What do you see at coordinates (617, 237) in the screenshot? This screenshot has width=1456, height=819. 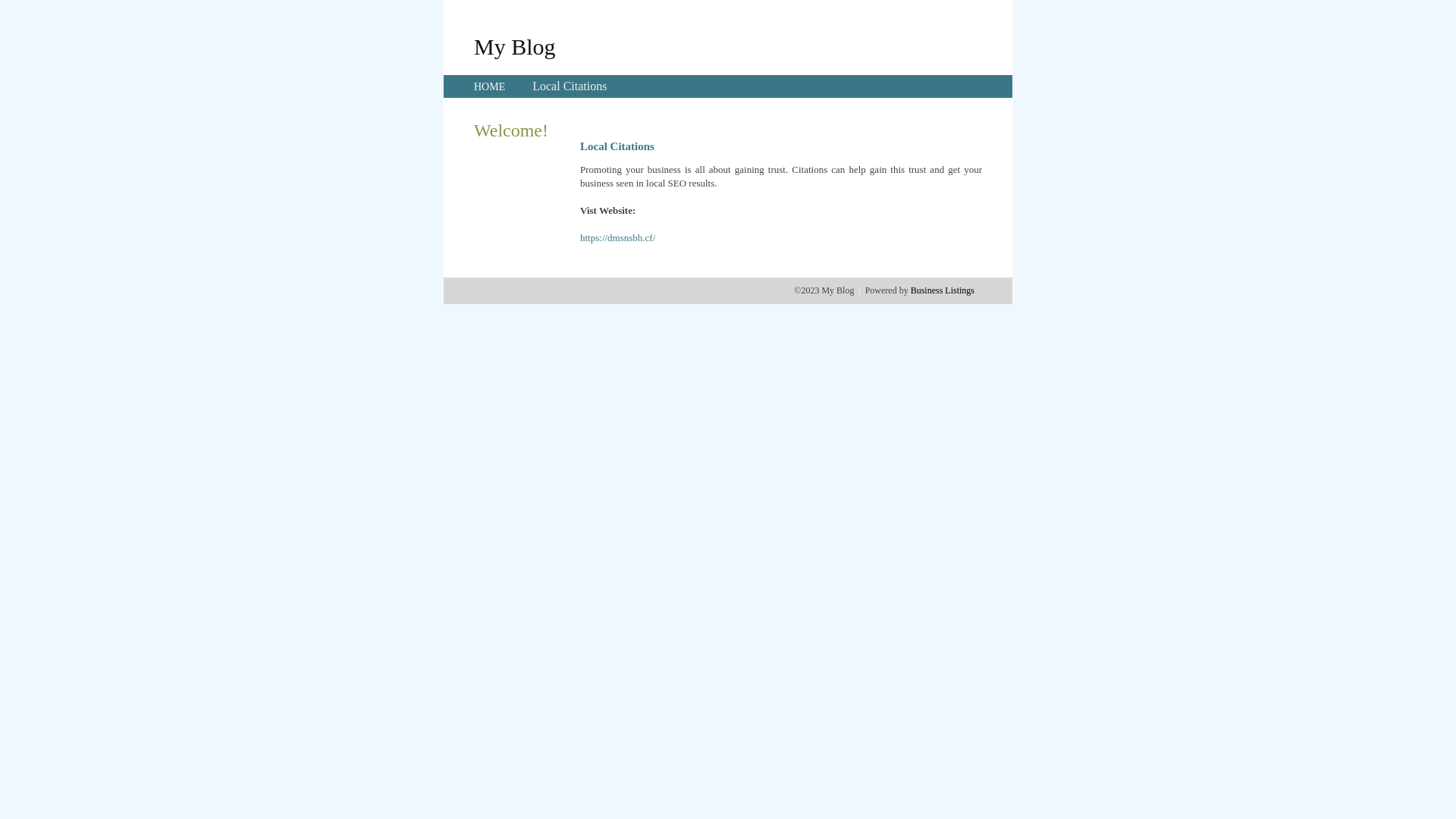 I see `'https://dmsnsbh.cf/'` at bounding box center [617, 237].